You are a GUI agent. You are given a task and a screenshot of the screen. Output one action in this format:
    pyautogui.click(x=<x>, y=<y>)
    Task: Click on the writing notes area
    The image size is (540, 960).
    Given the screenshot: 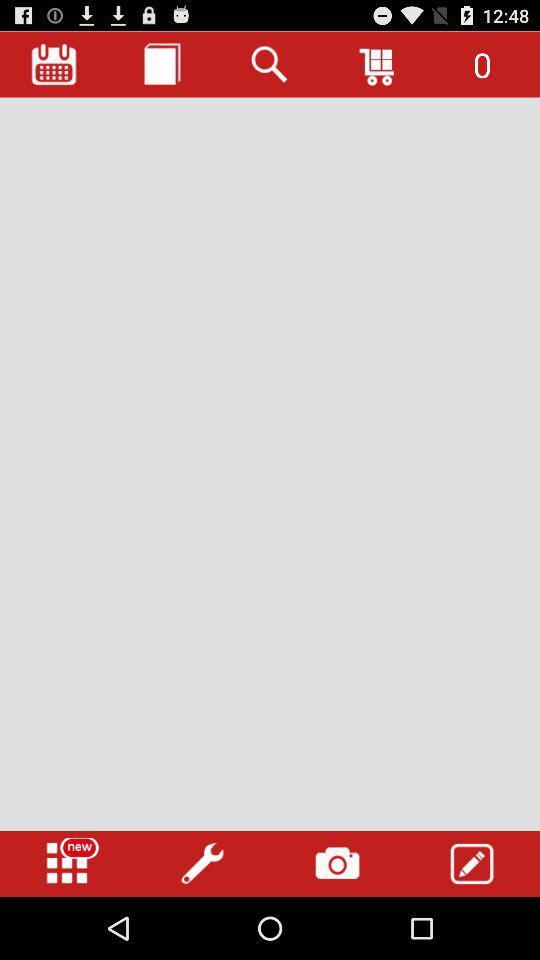 What is the action you would take?
    pyautogui.click(x=270, y=464)
    